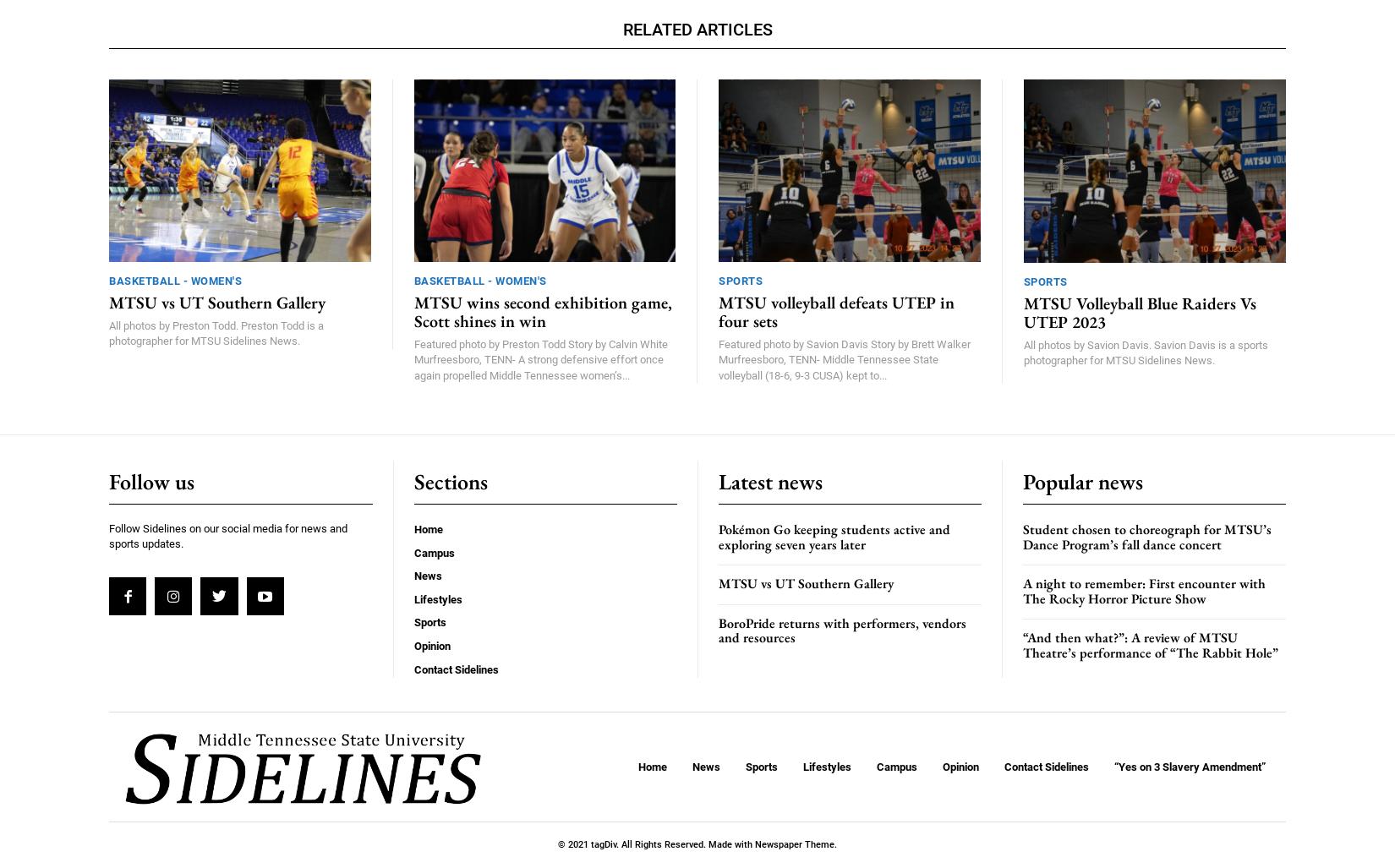  What do you see at coordinates (842, 629) in the screenshot?
I see `'BoroPride returns with performers, vendors and resources'` at bounding box center [842, 629].